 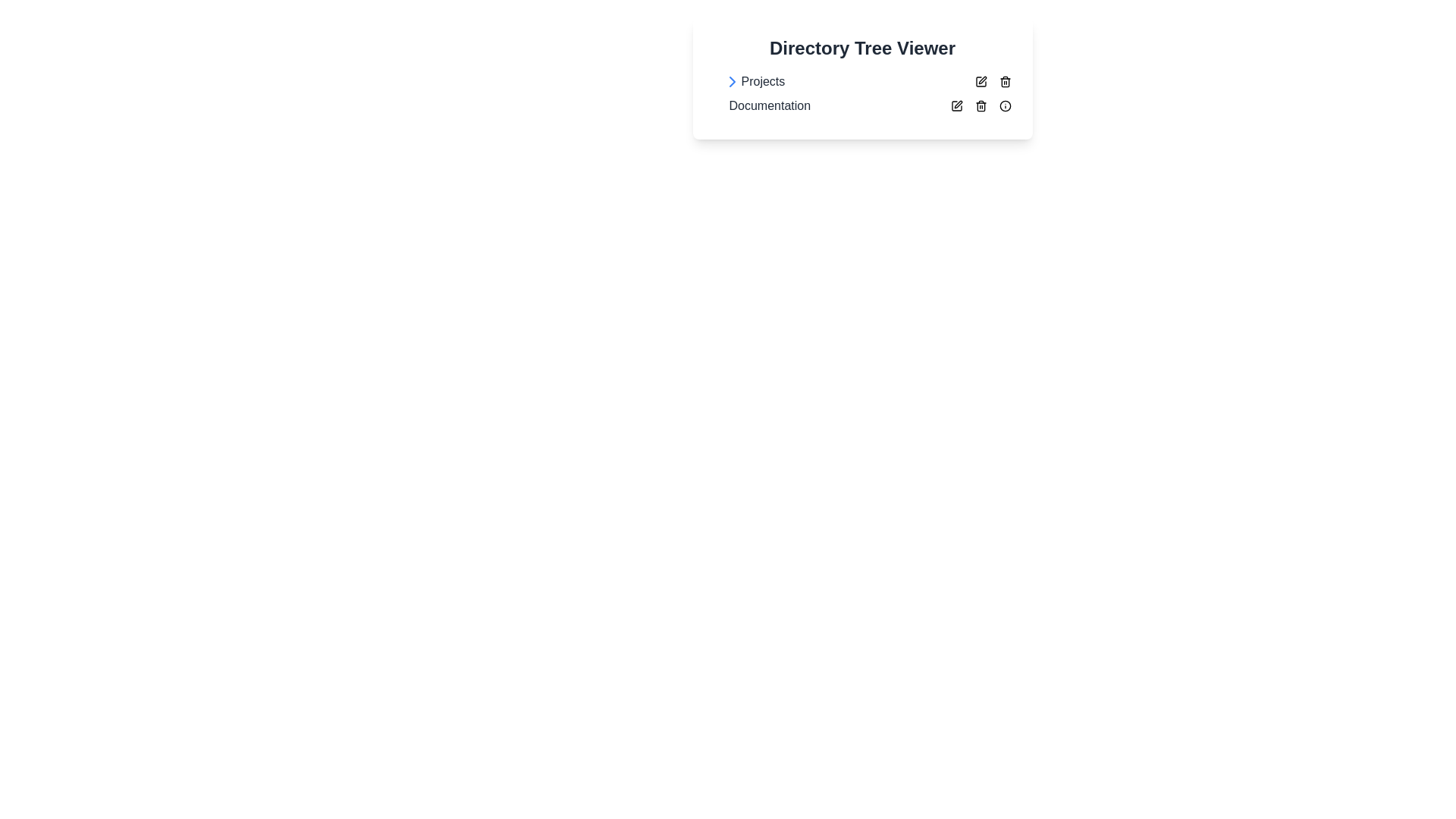 What do you see at coordinates (1005, 83) in the screenshot?
I see `the lower section of the trash icon in the top-right corner of the 'Directory Tree Viewer' card, which symbolizes a delete function` at bounding box center [1005, 83].